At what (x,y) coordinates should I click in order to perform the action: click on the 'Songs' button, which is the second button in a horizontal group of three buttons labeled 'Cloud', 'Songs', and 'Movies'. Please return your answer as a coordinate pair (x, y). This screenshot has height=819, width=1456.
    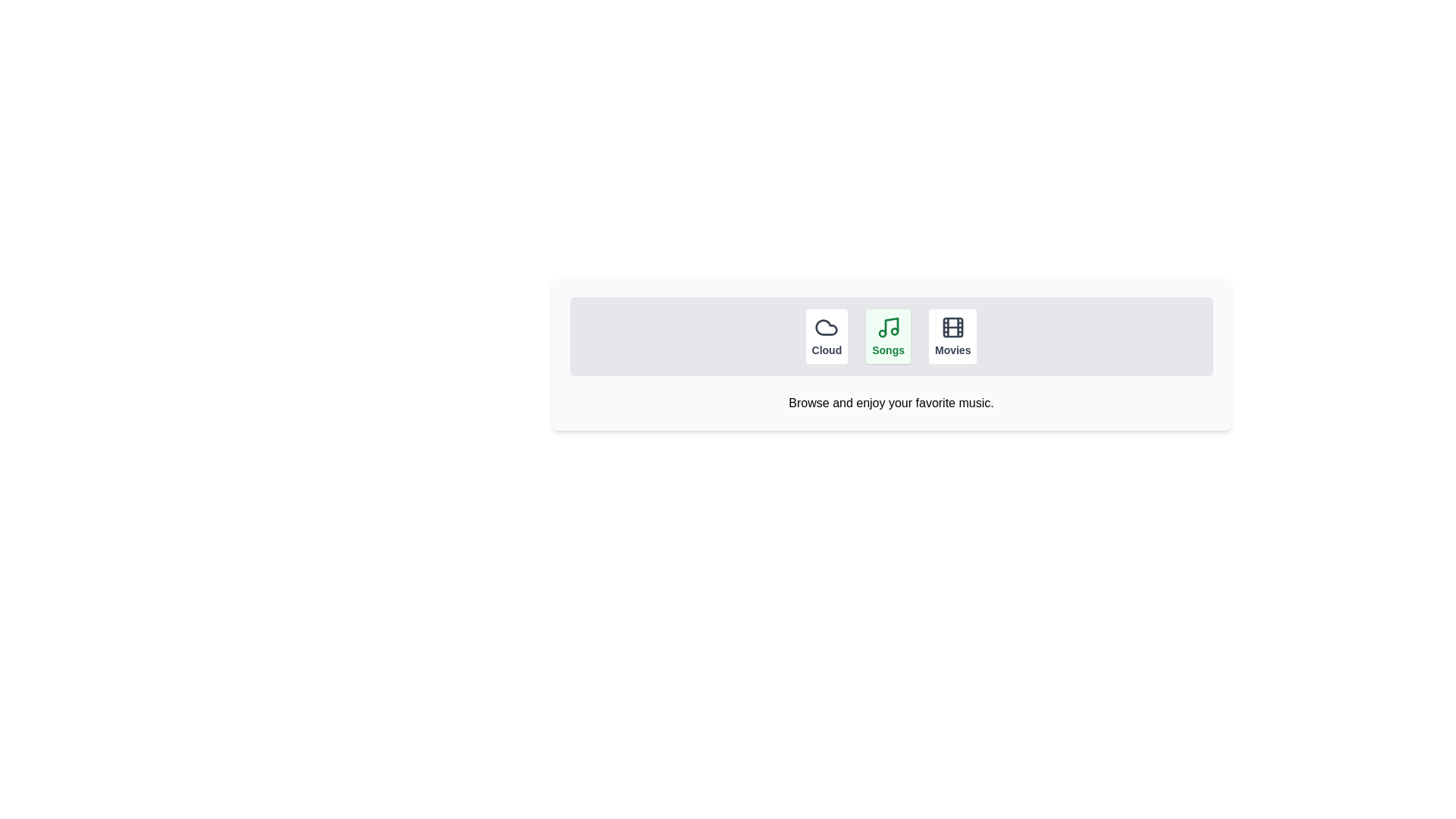
    Looking at the image, I should click on (891, 335).